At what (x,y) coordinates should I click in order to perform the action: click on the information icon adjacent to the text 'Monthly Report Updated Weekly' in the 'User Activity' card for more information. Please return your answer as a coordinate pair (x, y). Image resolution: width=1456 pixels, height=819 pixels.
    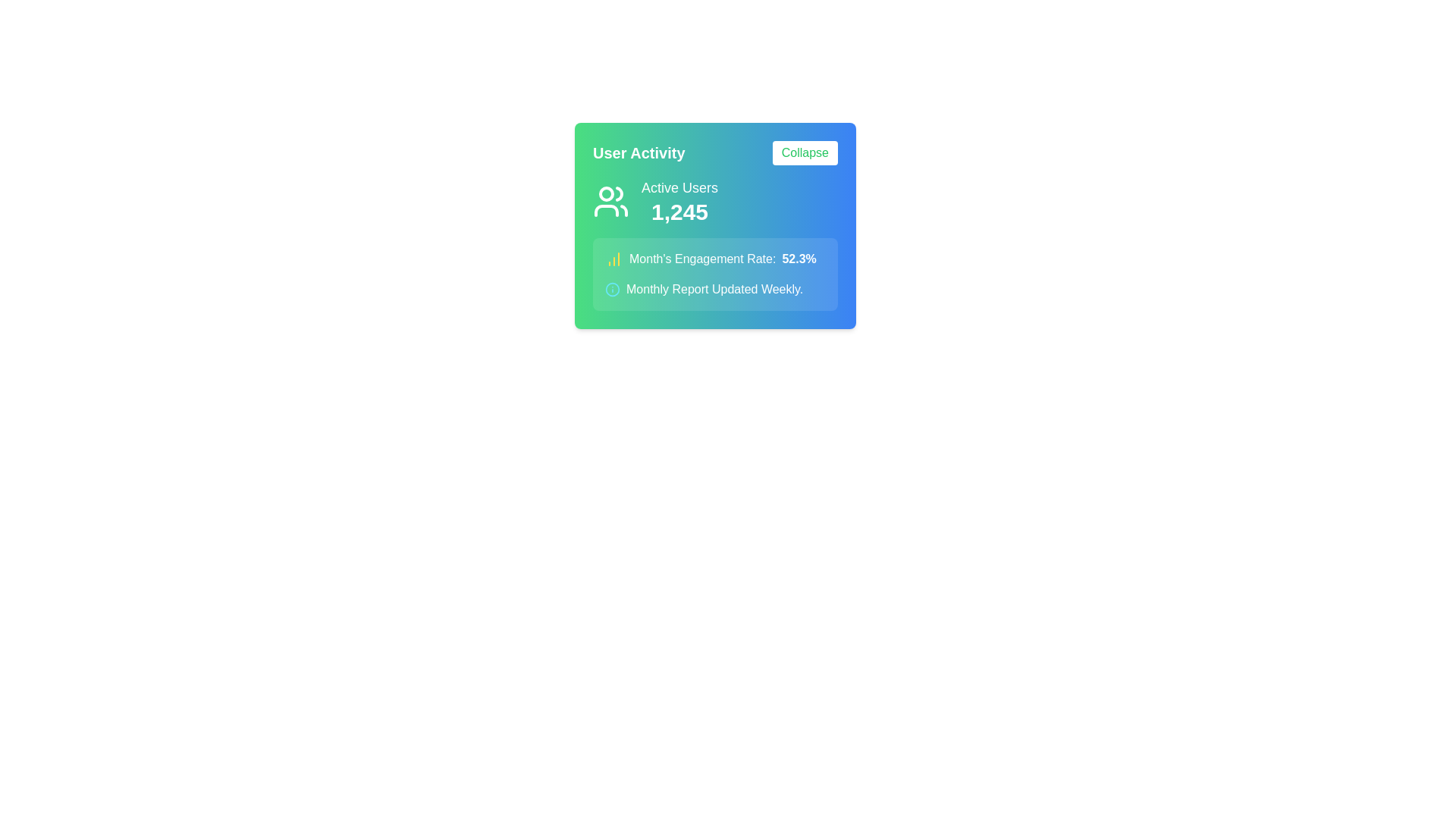
    Looking at the image, I should click on (612, 289).